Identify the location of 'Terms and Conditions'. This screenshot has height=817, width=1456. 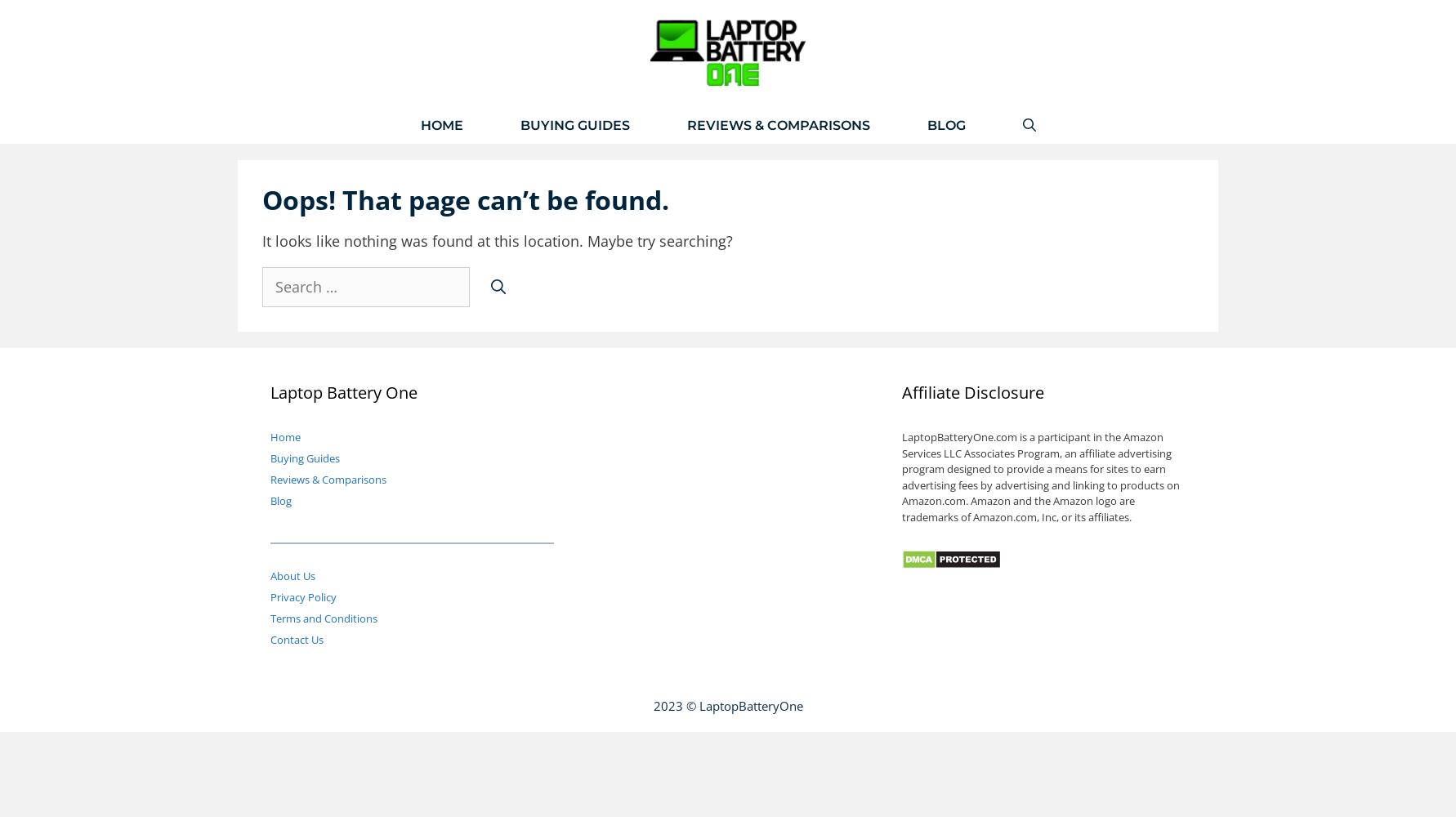
(324, 618).